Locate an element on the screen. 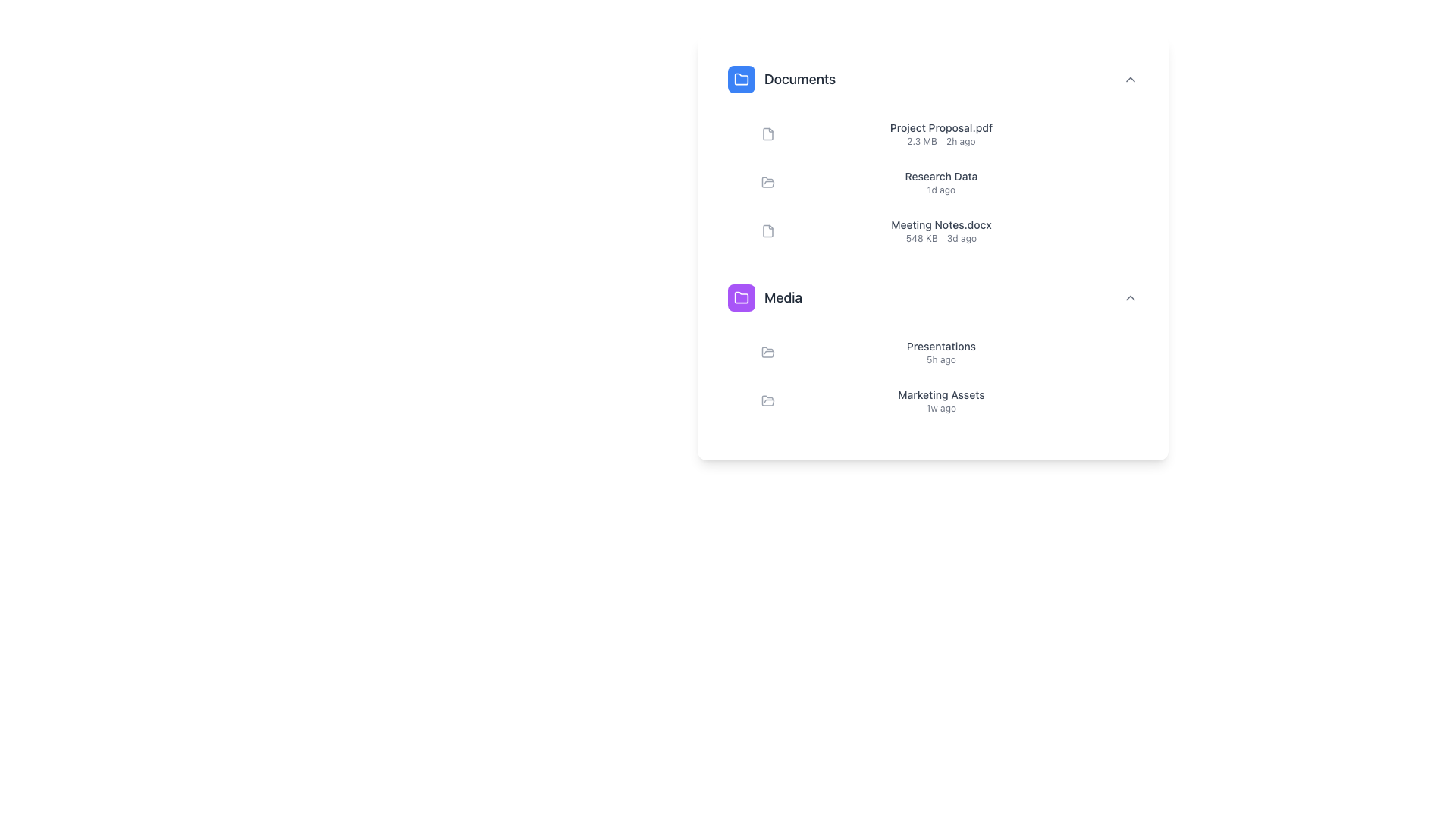 The image size is (1456, 819). the folder icon located to the left of the 'Media' text label in the second section of the vertical list is located at coordinates (742, 297).